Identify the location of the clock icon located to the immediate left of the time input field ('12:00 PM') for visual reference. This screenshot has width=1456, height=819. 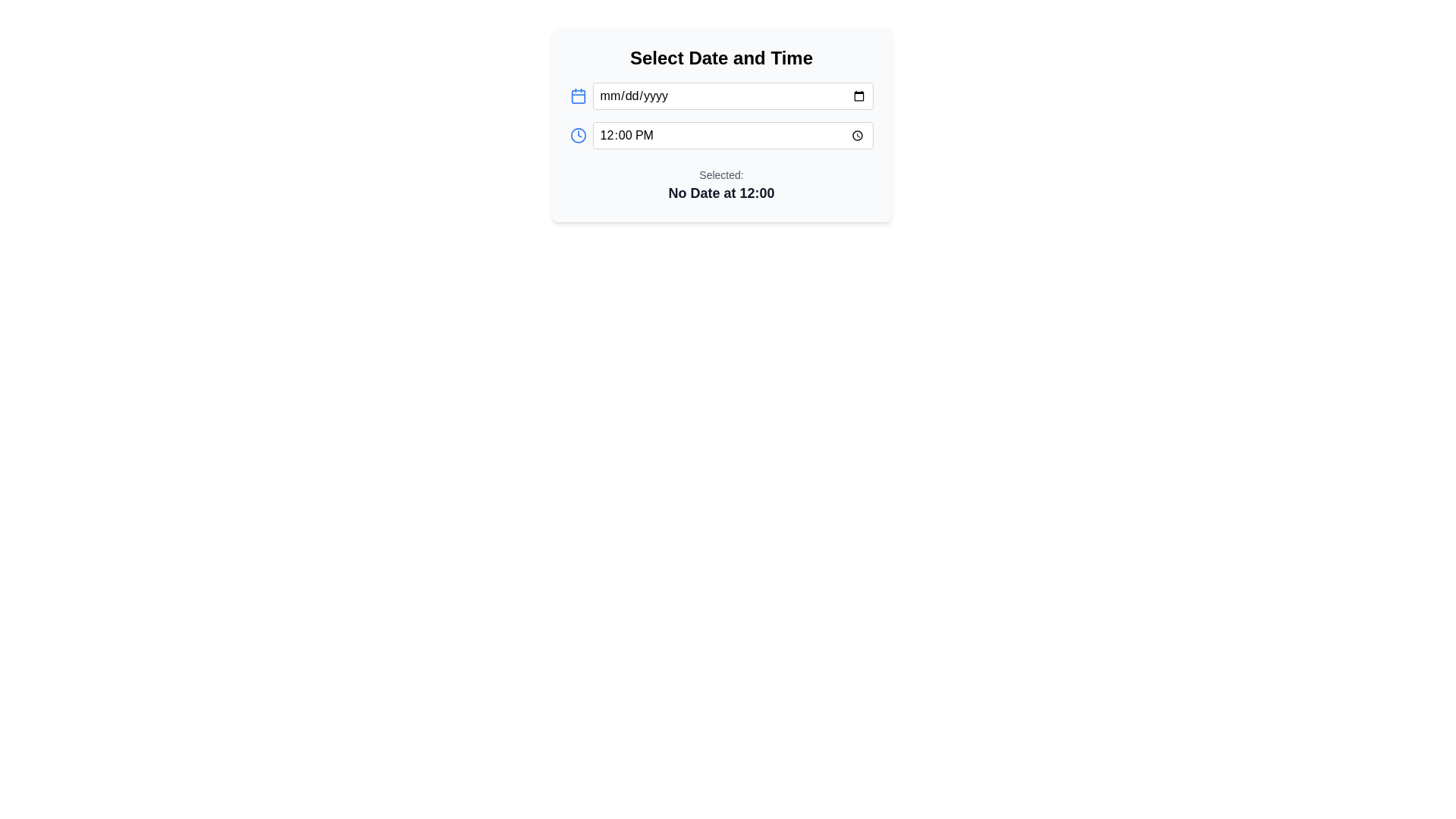
(577, 134).